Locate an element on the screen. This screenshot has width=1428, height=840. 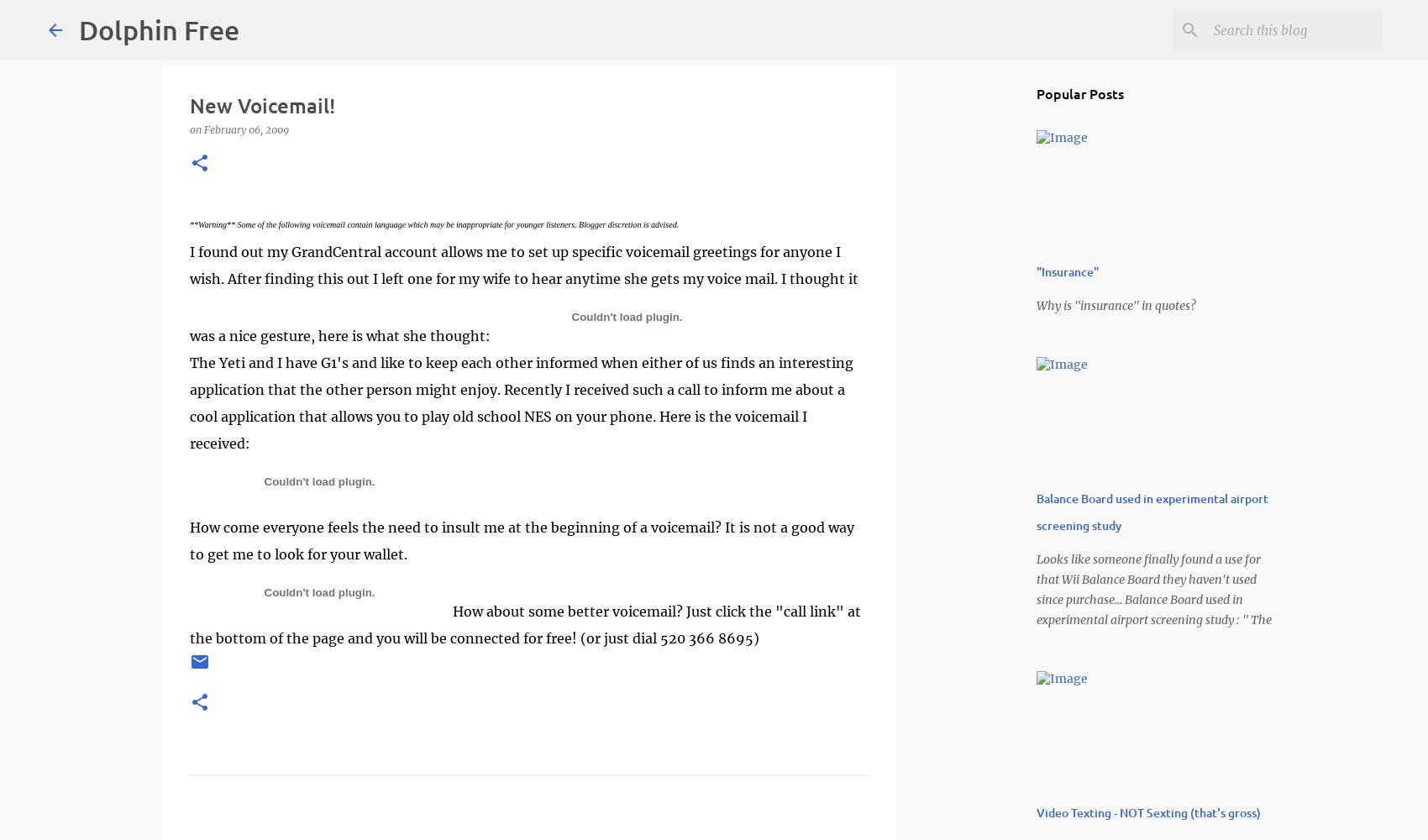
'February 06, 2009' is located at coordinates (246, 129).